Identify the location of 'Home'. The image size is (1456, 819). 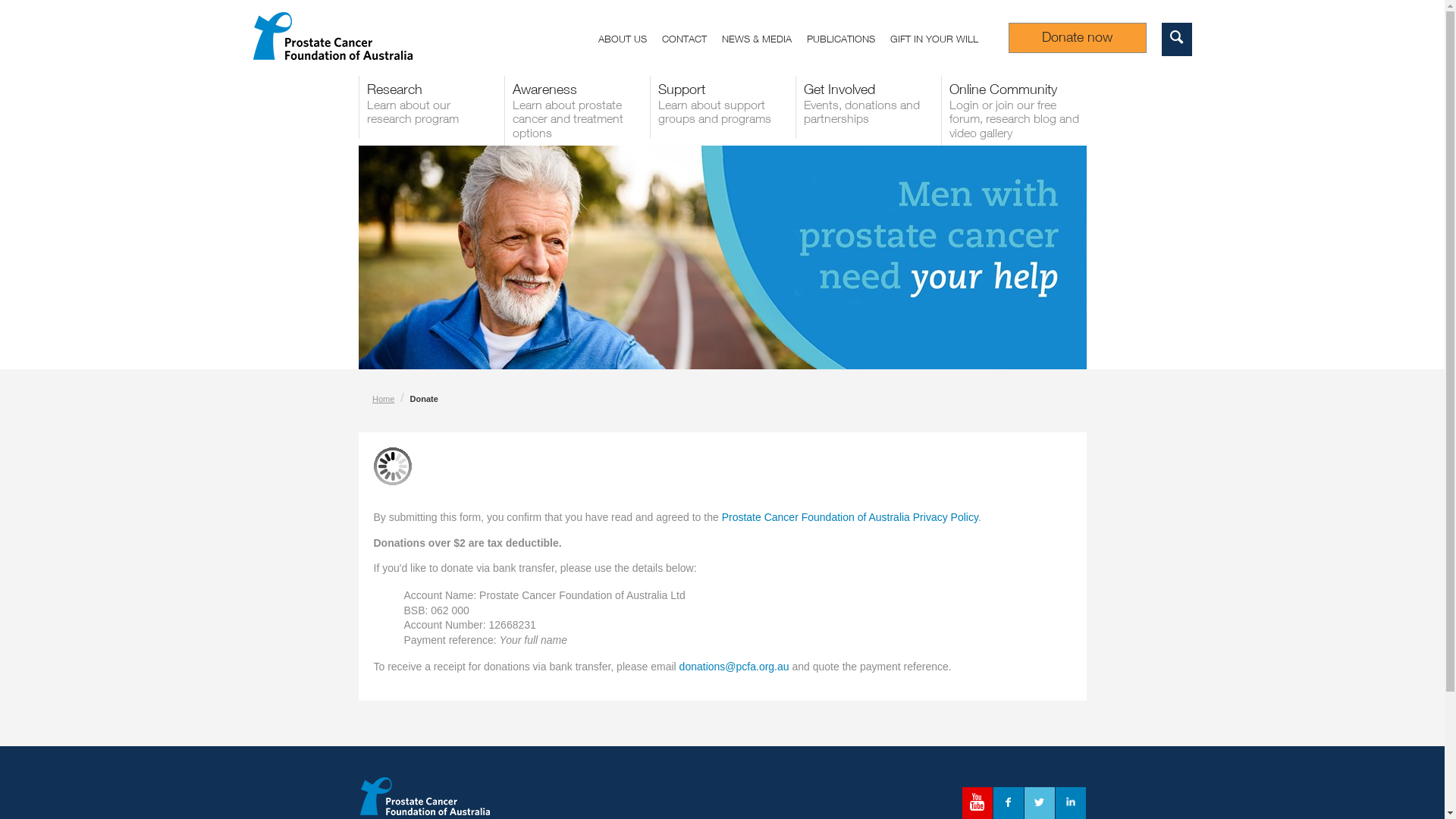
(383, 397).